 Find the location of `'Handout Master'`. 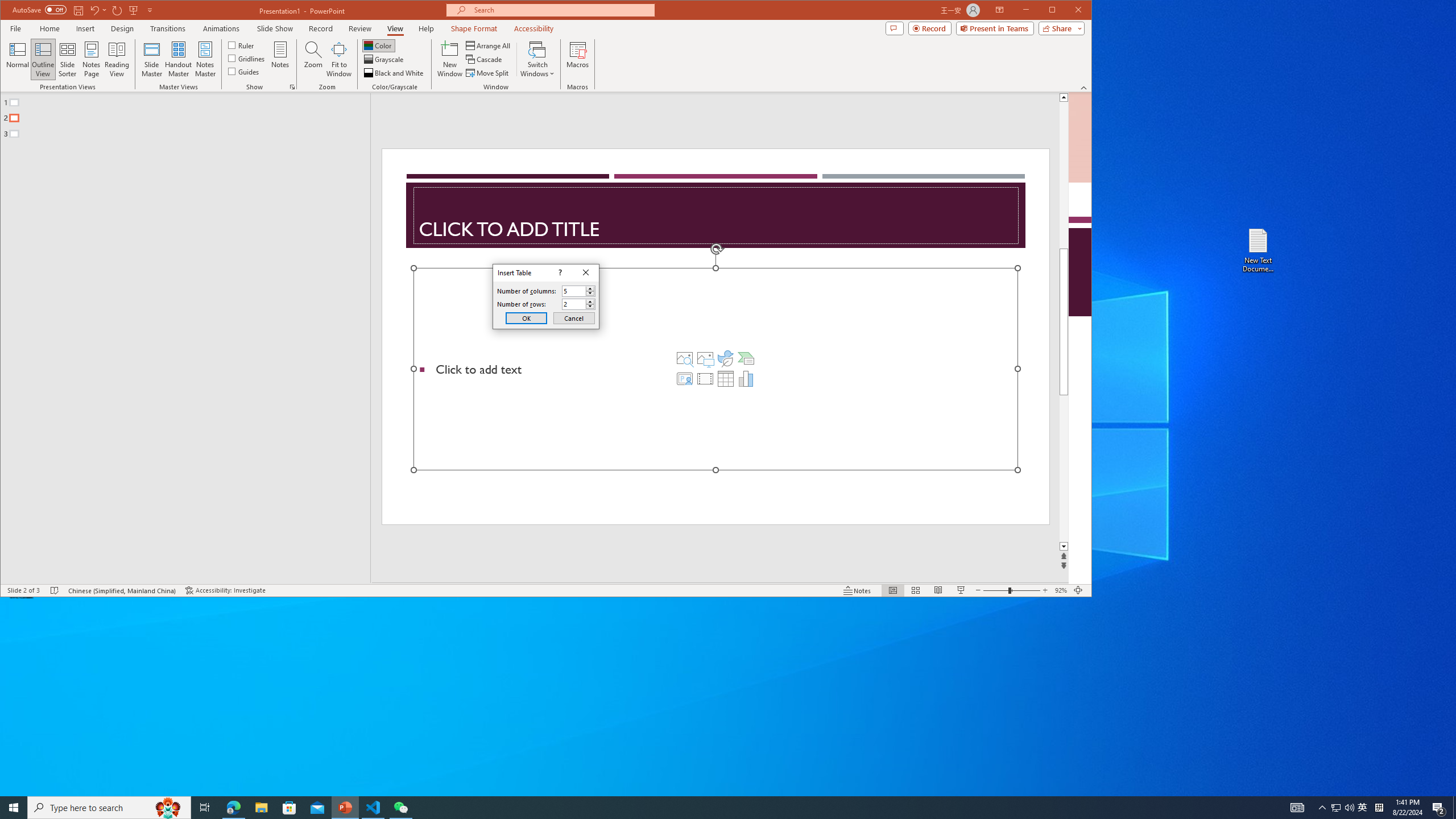

'Handout Master' is located at coordinates (178, 59).